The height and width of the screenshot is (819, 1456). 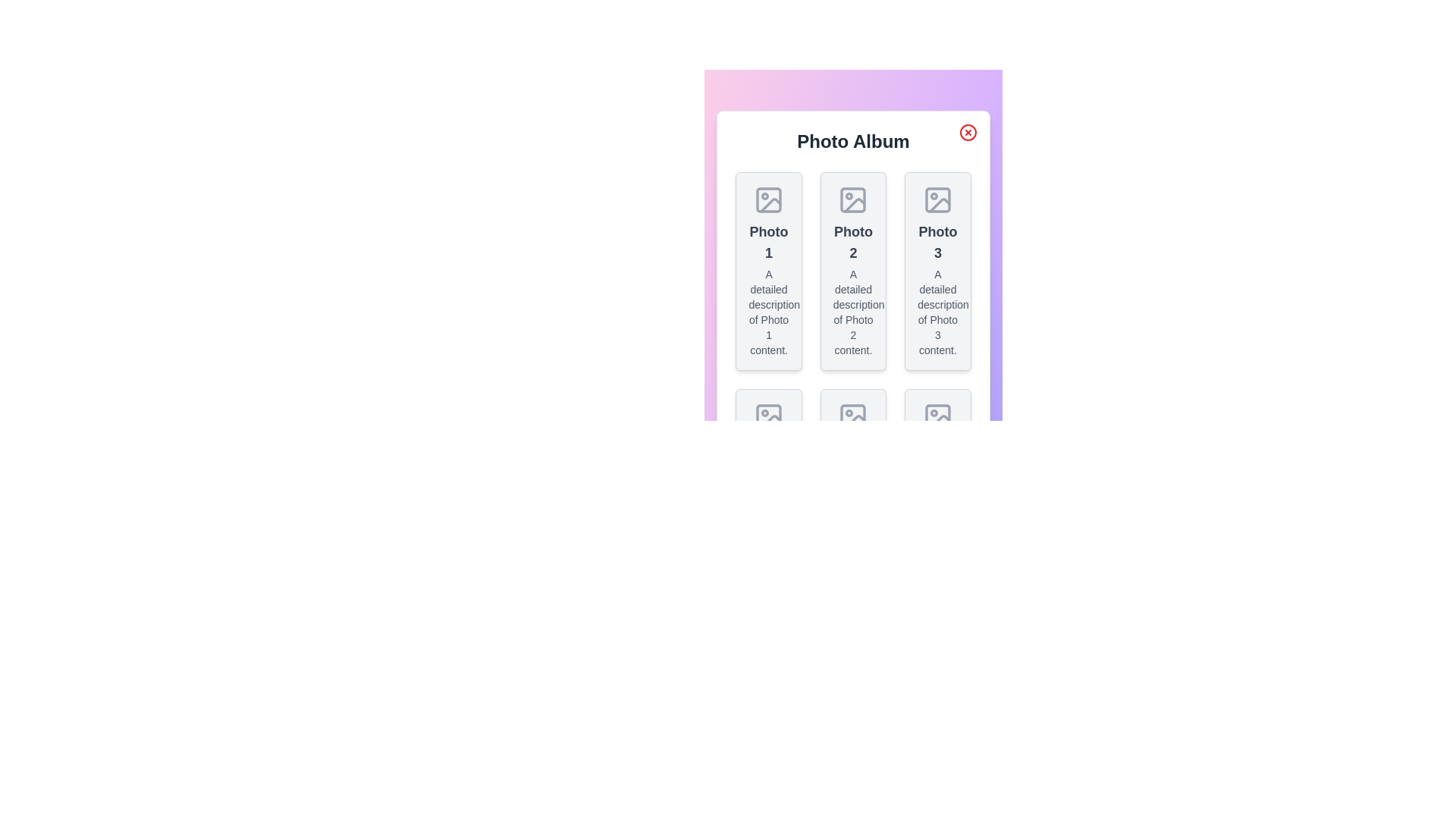 What do you see at coordinates (967, 131) in the screenshot?
I see `the close button at the top-right corner of the dialog` at bounding box center [967, 131].